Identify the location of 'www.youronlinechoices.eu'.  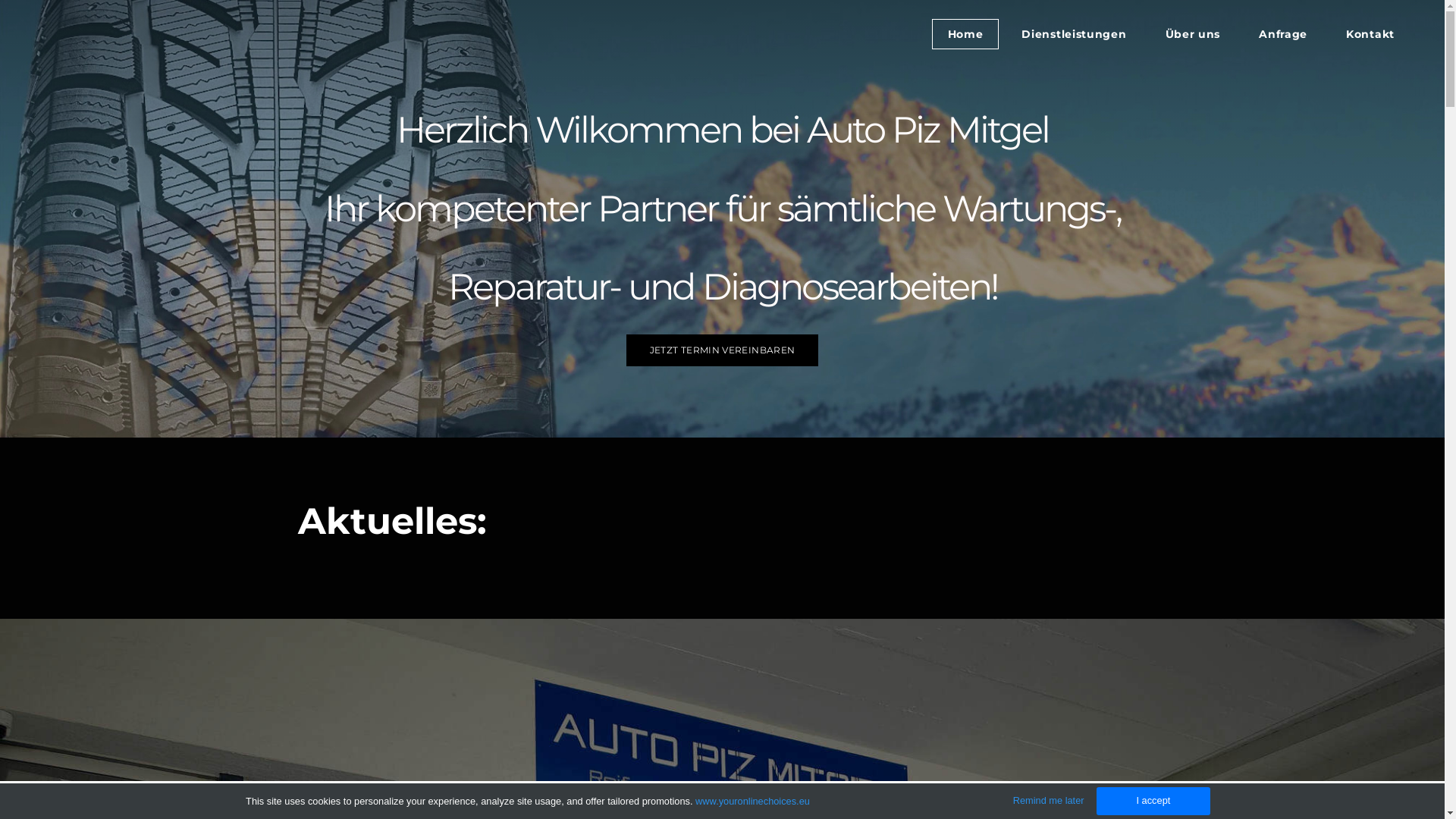
(752, 800).